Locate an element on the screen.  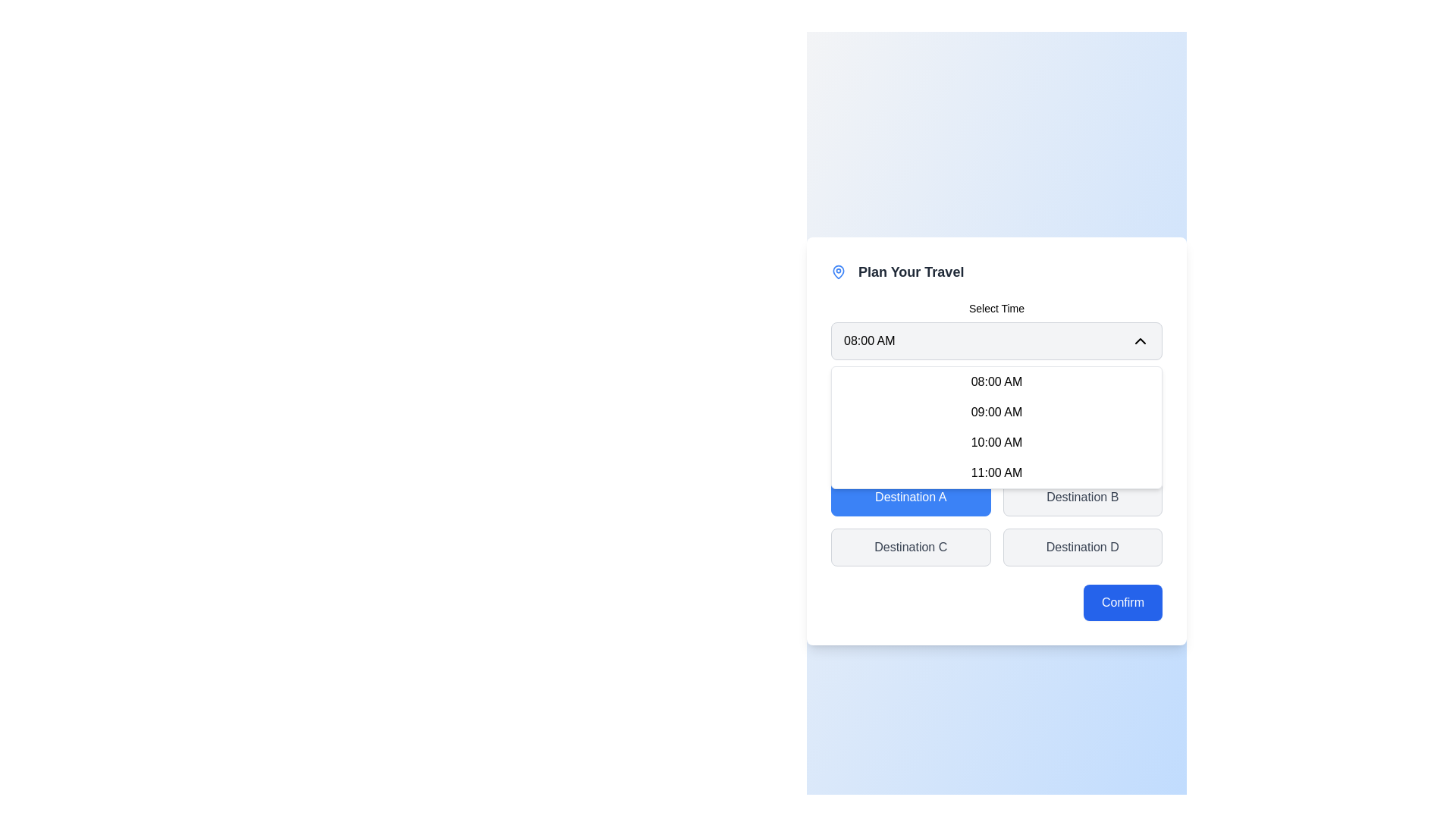
the second time option in the dropdown menu, which represents '09:00 AM' is located at coordinates (996, 412).